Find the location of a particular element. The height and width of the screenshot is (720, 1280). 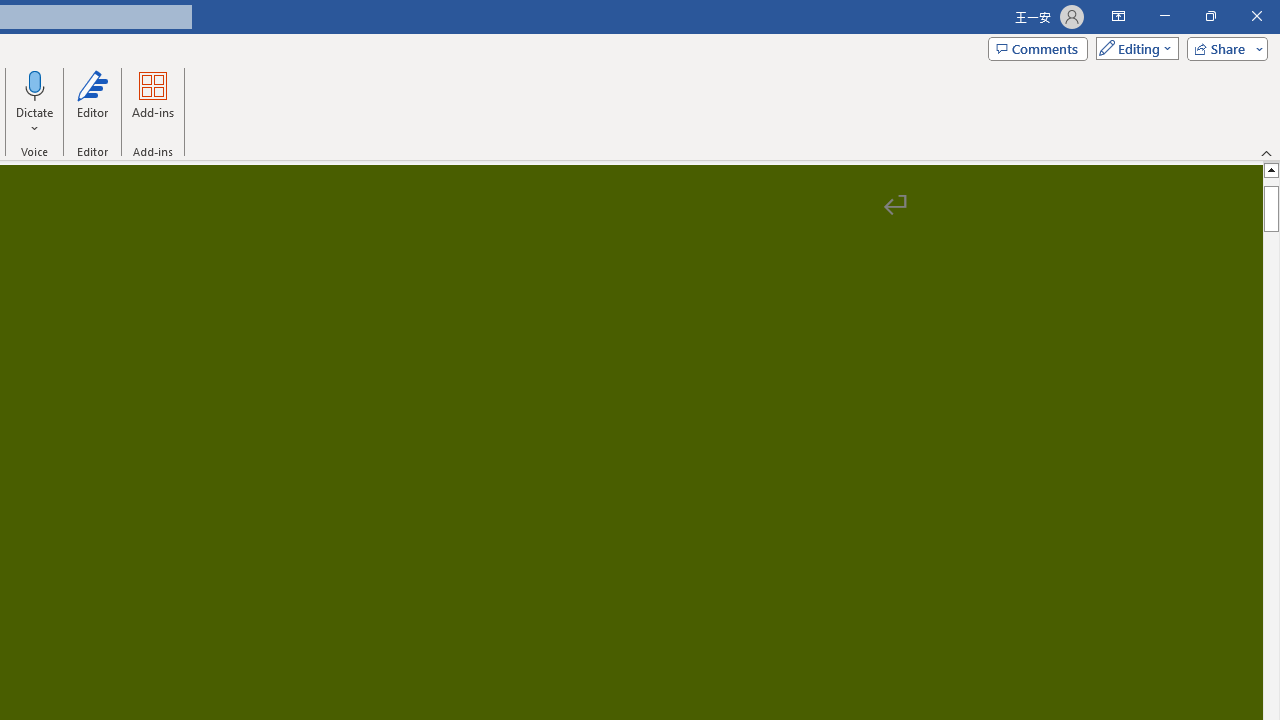

'Page up' is located at coordinates (1270, 181).